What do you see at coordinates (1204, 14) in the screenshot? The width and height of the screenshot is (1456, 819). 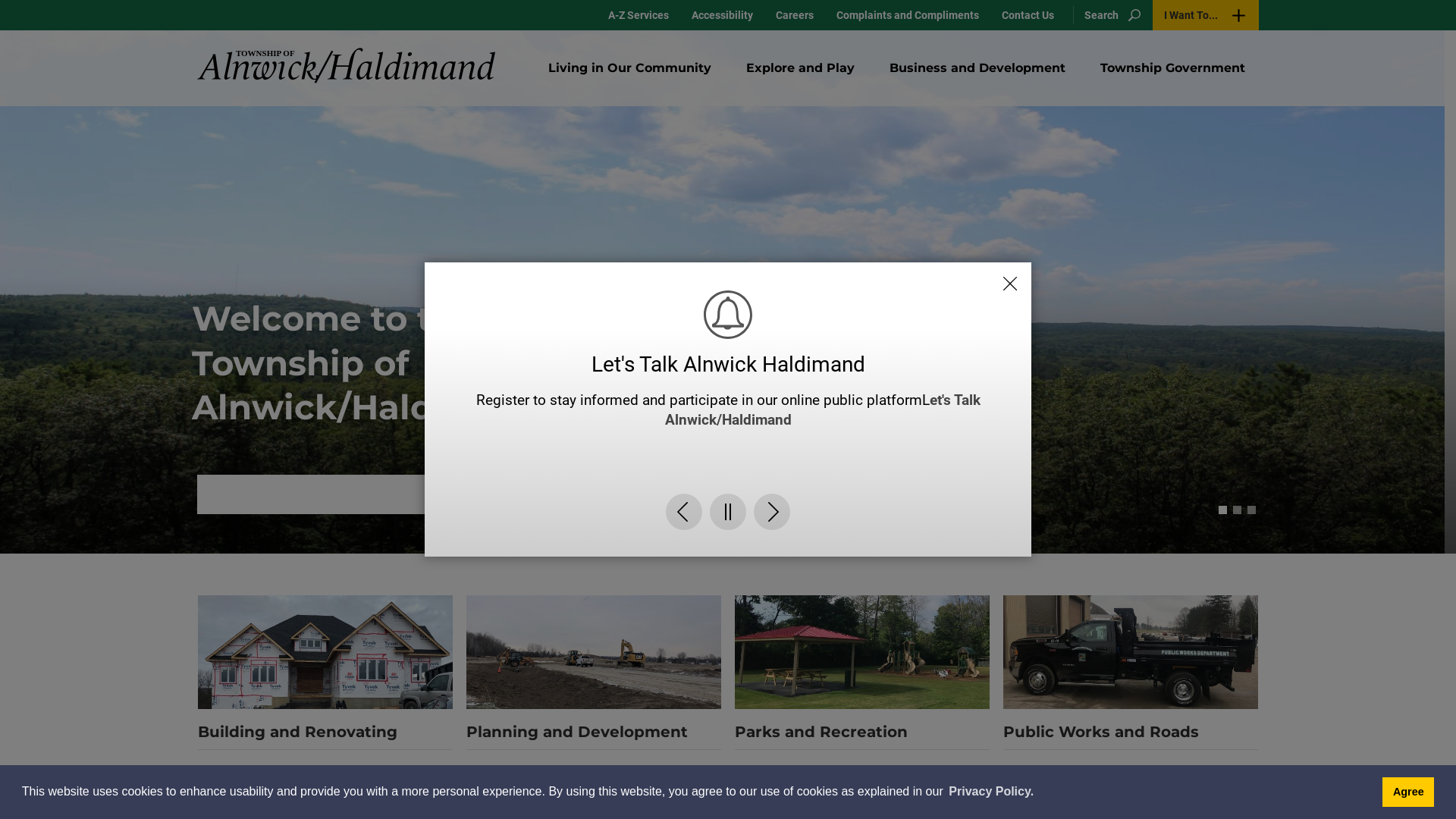 I see `'I Want To...'` at bounding box center [1204, 14].